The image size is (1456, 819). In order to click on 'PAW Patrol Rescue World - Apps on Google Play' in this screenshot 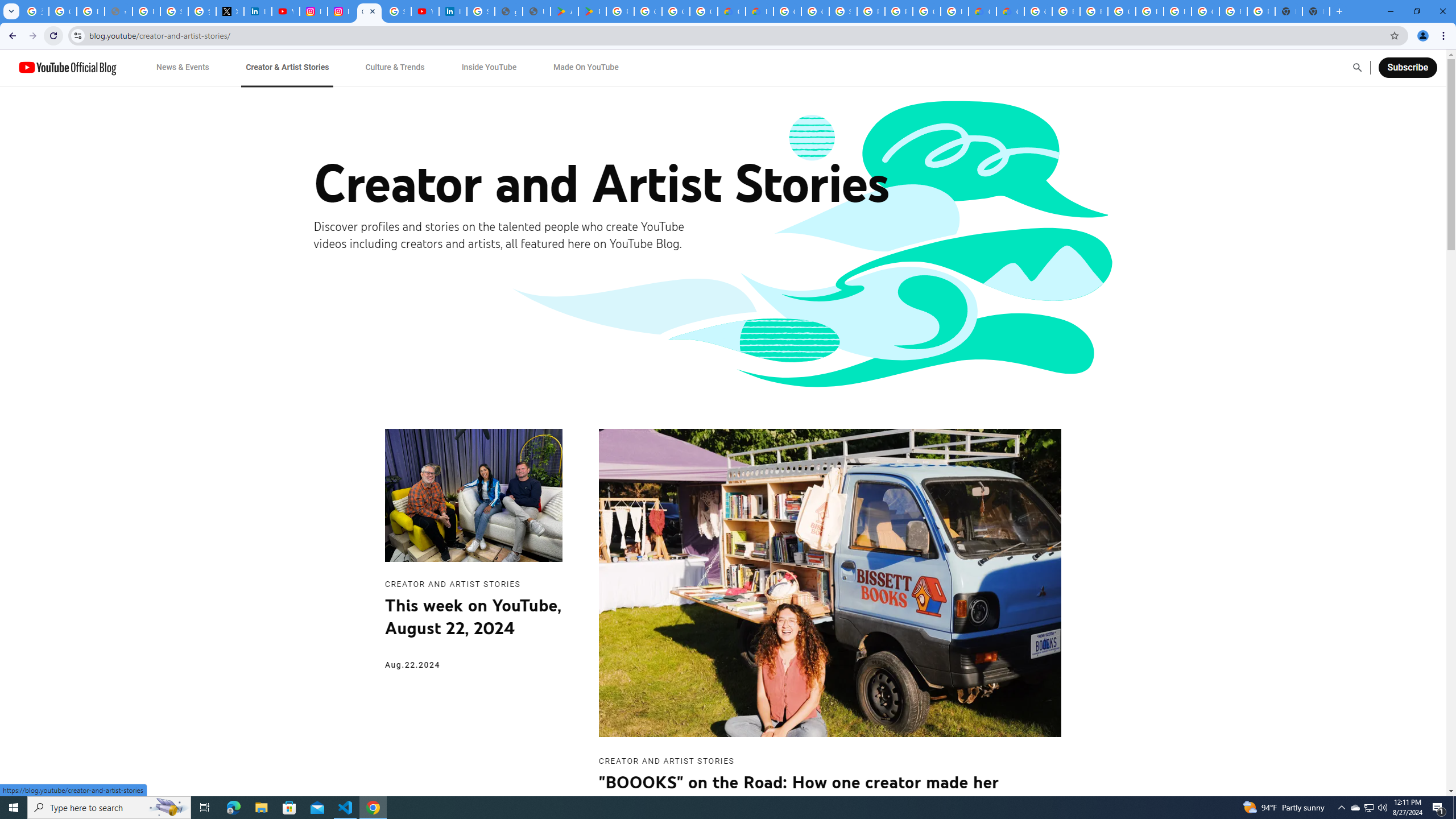, I will do `click(591, 11)`.